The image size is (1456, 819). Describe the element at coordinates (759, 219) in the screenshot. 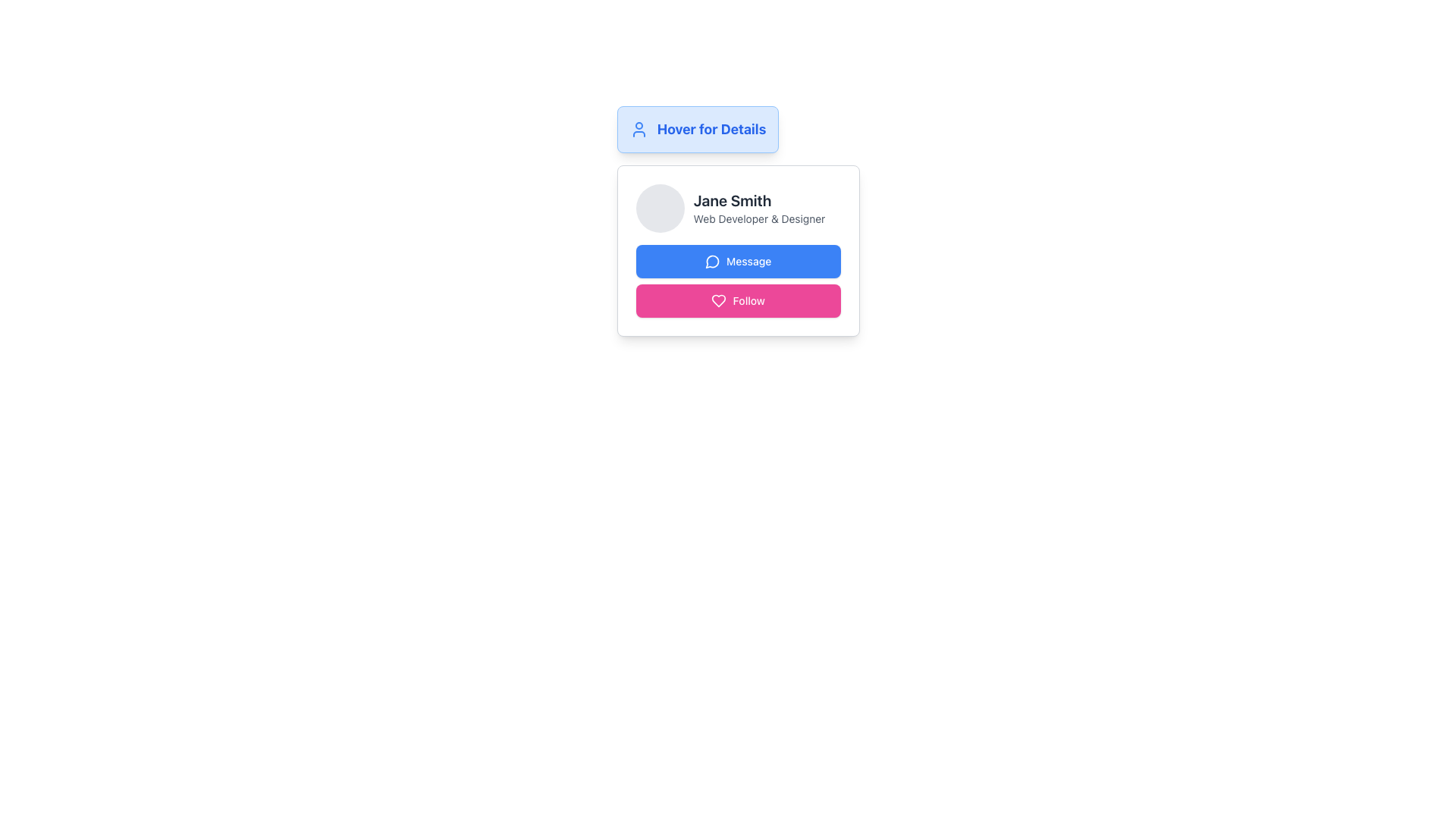

I see `the text label displaying 'Web Developer & Designer' which is positioned directly below 'Jane Smith' in a card-like section` at that location.